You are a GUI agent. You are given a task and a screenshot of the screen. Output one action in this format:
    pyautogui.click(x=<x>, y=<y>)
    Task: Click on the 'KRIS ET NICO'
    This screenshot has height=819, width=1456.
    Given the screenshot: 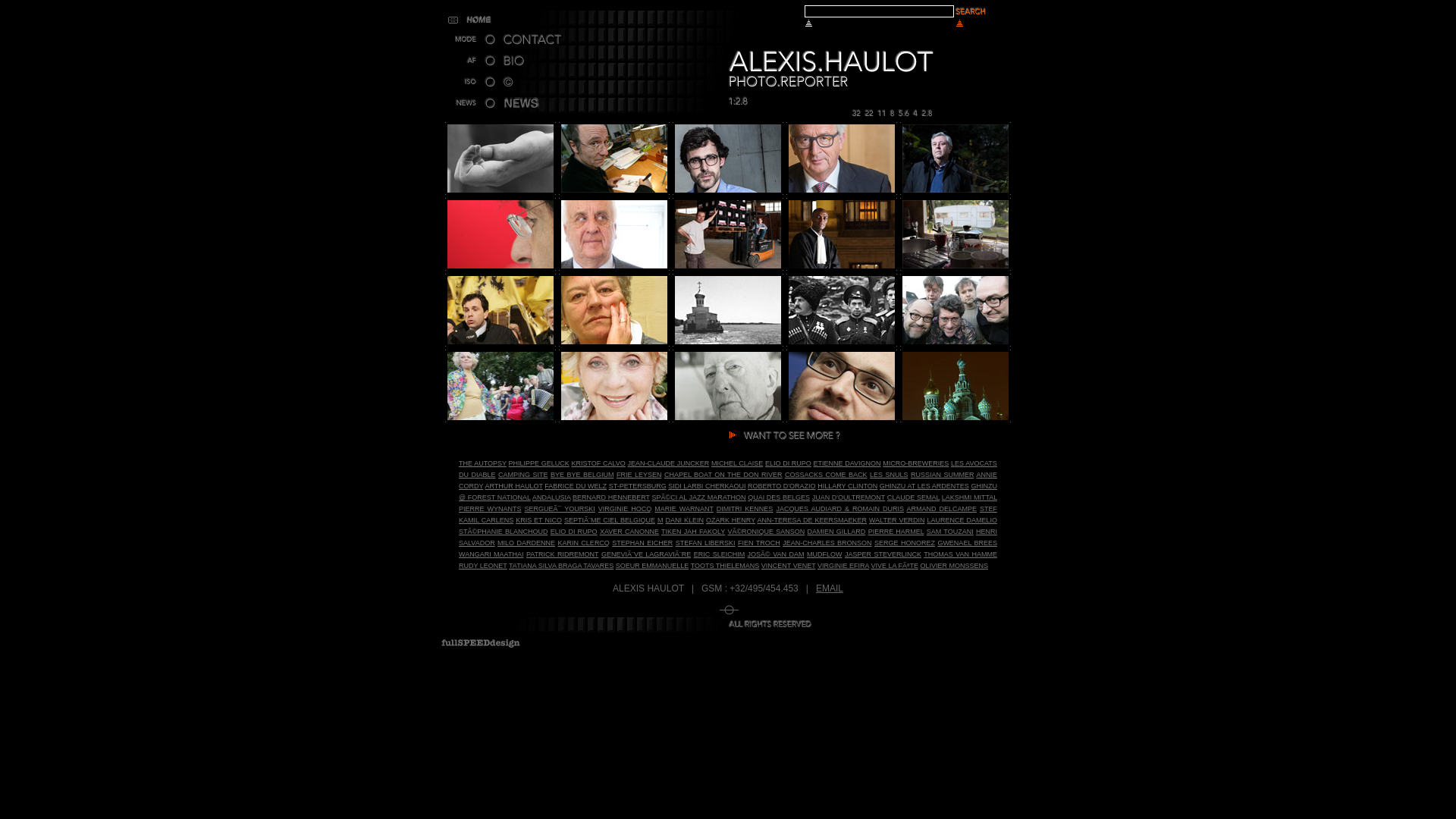 What is the action you would take?
    pyautogui.click(x=538, y=519)
    